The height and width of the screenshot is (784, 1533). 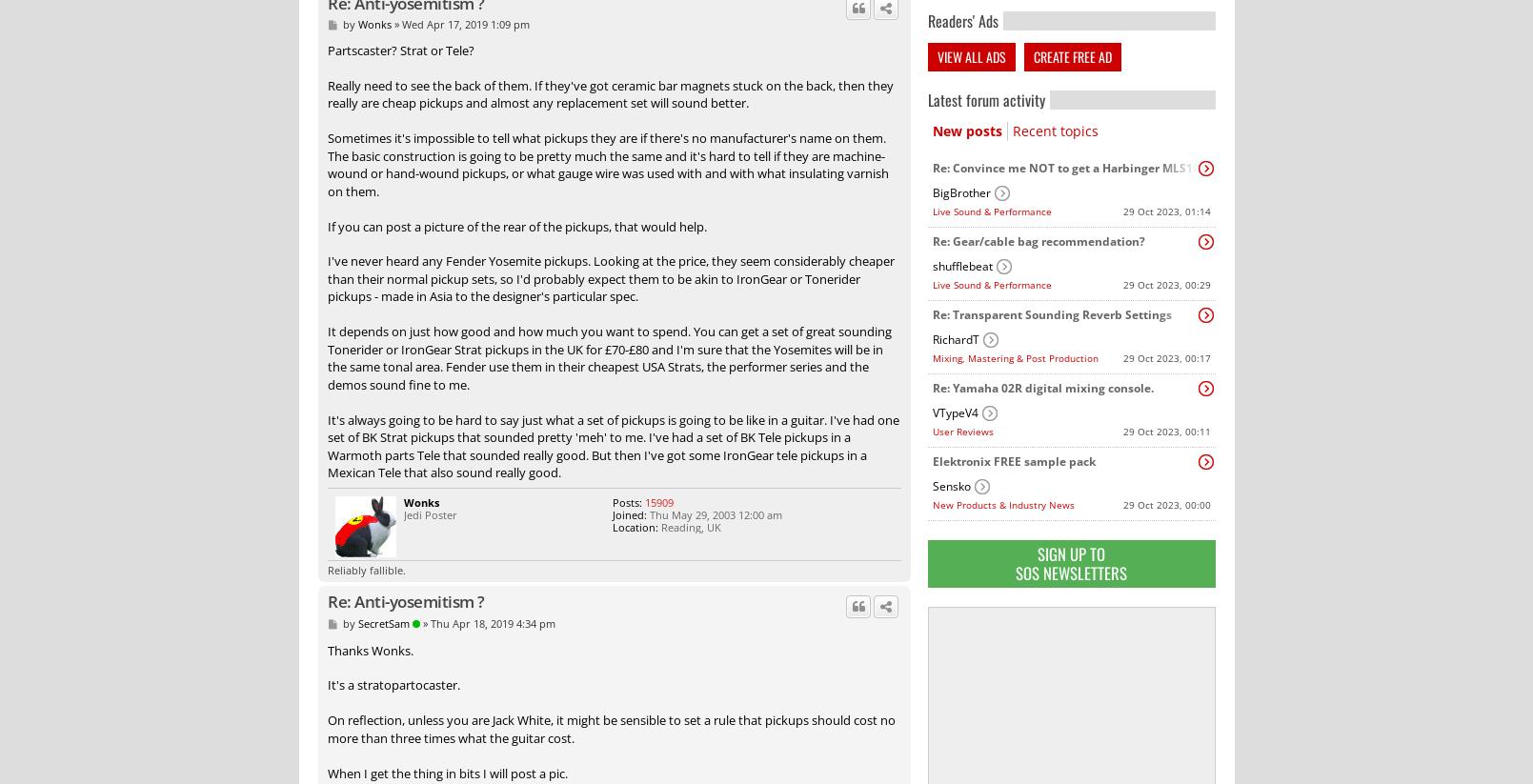 I want to click on 'Readers' Ads', so click(x=960, y=18).